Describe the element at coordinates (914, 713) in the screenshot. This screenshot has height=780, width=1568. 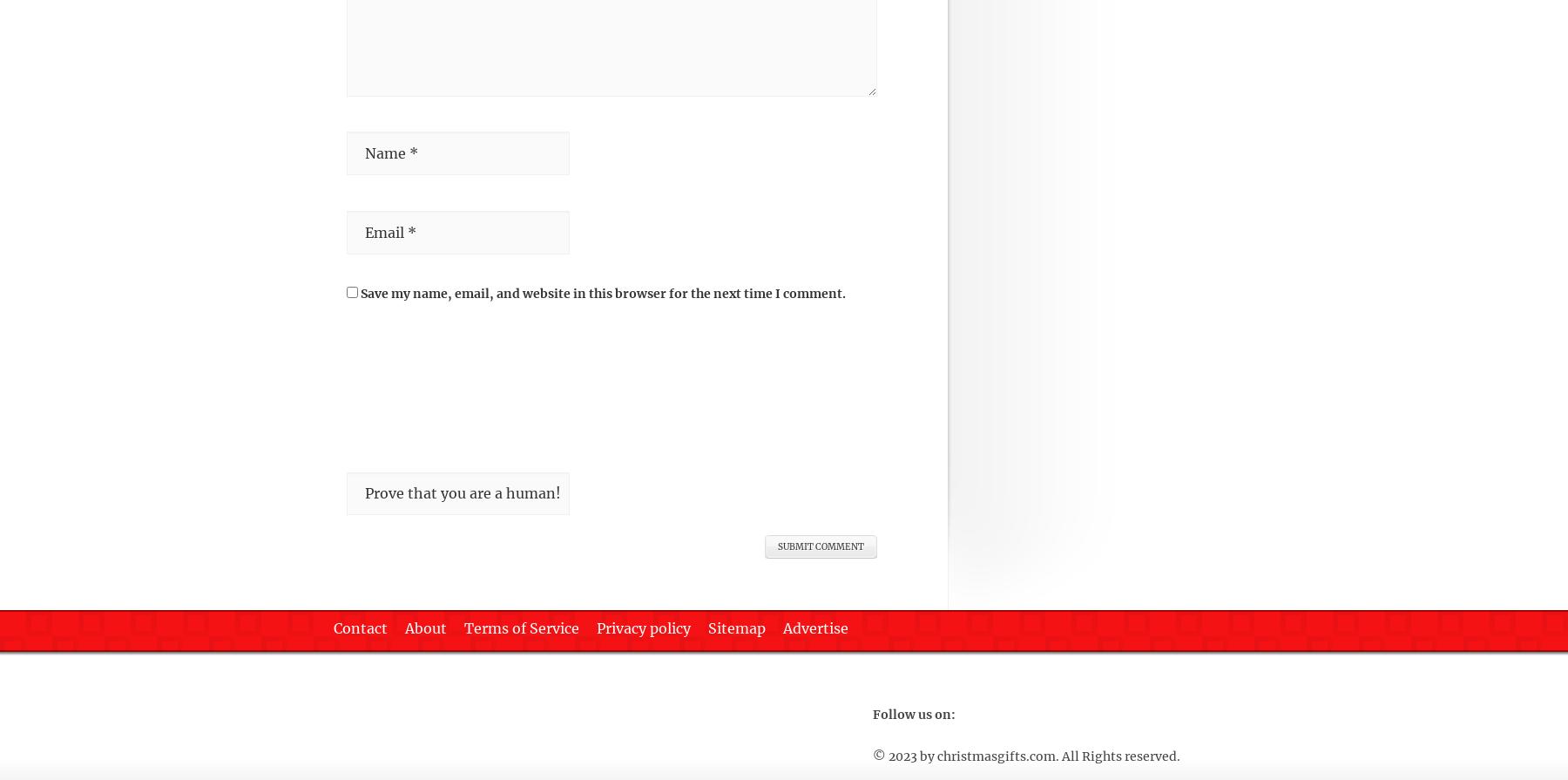
I see `'Follow us on:'` at that location.